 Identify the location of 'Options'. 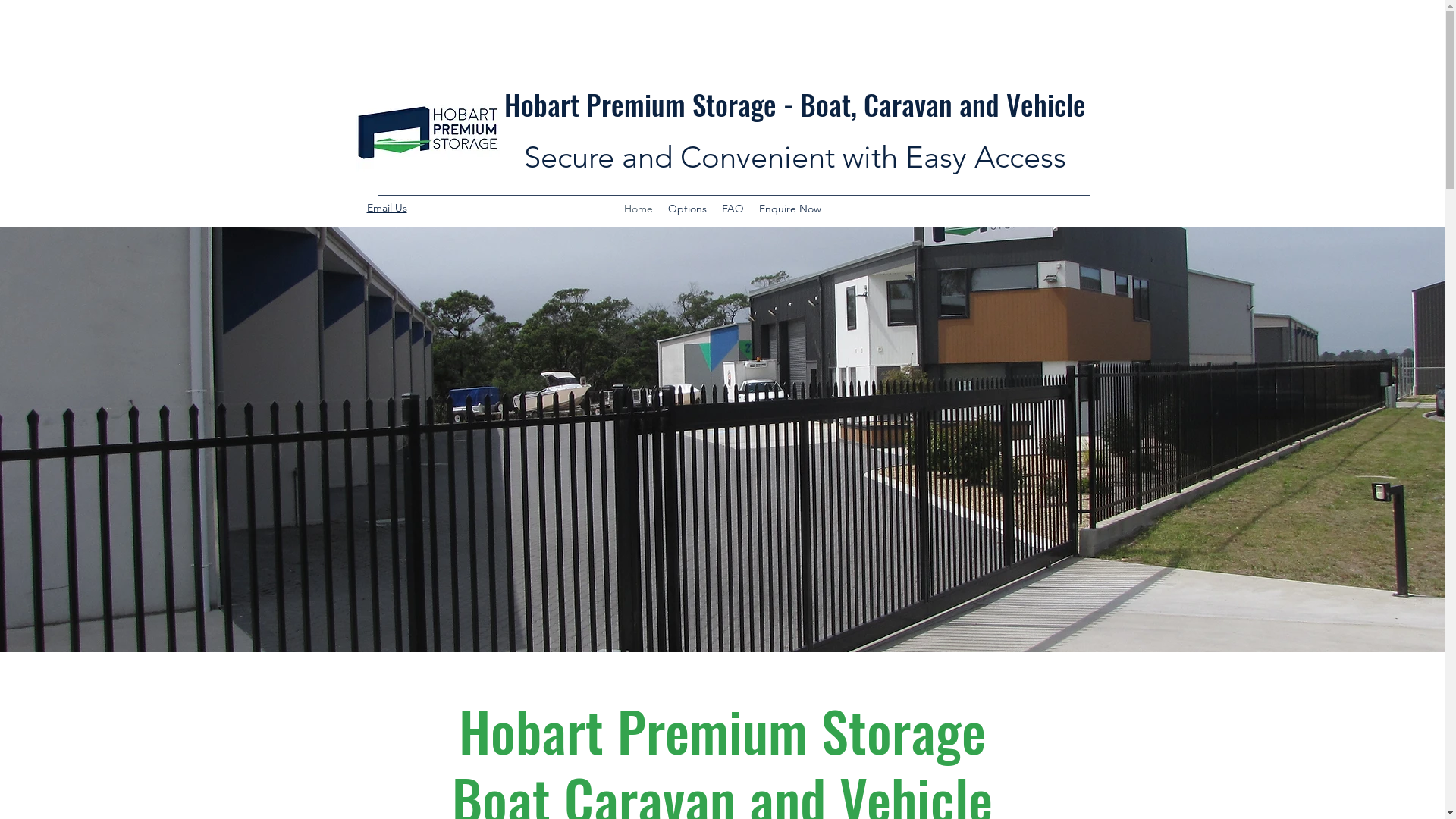
(686, 208).